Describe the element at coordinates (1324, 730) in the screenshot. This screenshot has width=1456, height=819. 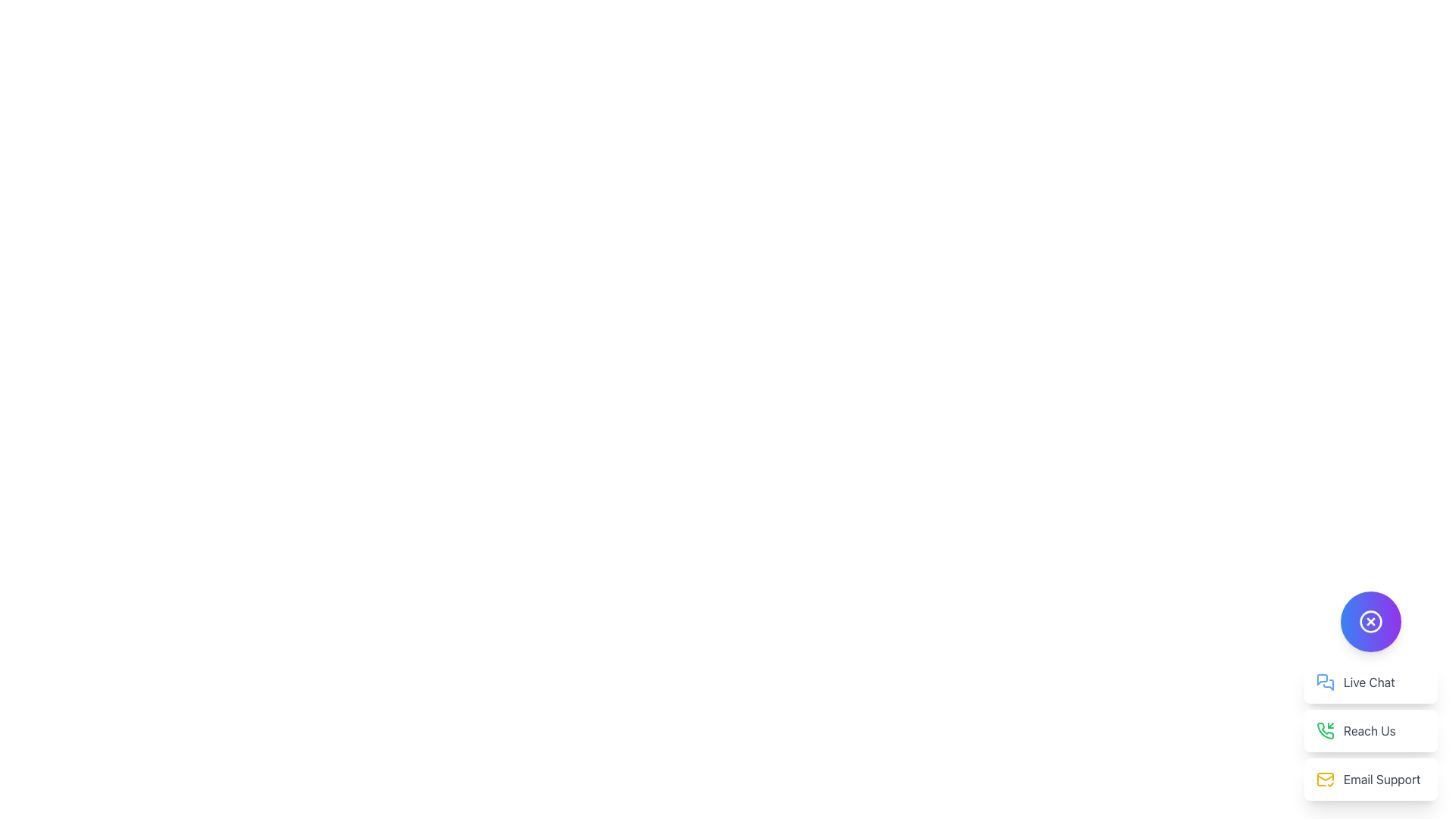
I see `the phone icon with an incoming arrow, styled in green, located inside the 'Reach Us' button` at that location.